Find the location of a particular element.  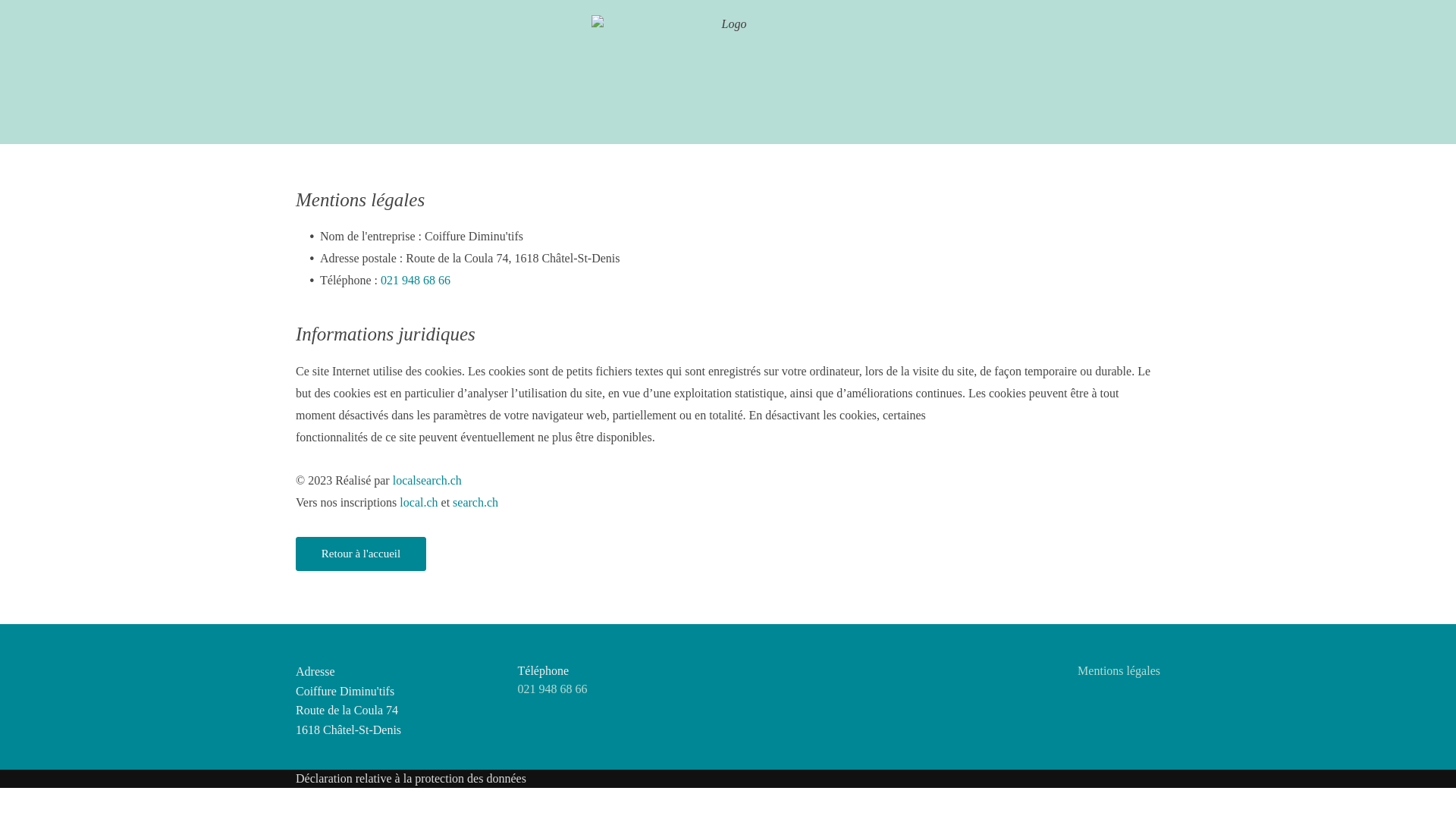

'search.ch' is located at coordinates (475, 502).